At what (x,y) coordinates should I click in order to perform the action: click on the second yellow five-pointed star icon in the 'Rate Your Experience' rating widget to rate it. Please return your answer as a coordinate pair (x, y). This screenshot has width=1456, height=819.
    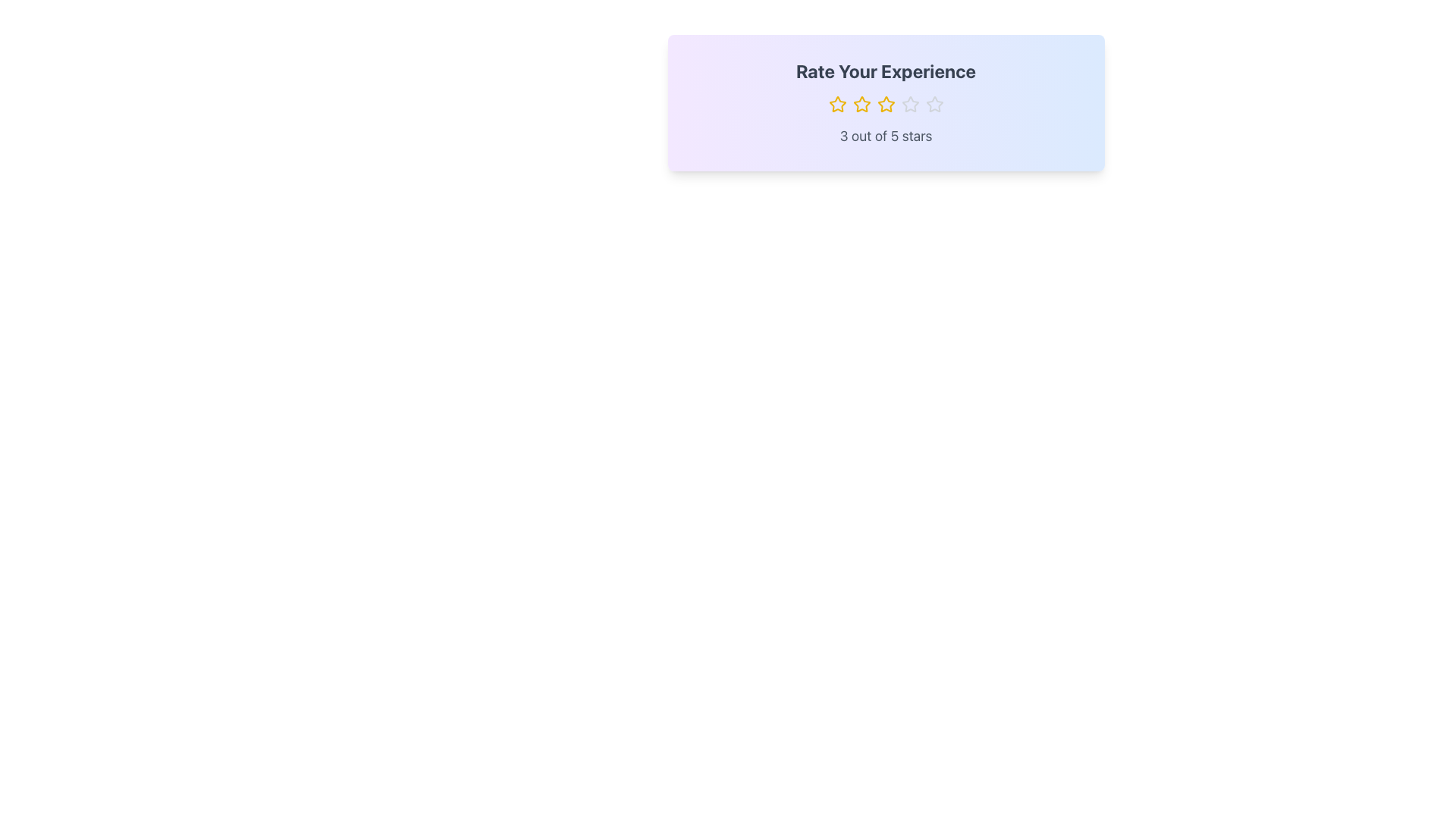
    Looking at the image, I should click on (861, 103).